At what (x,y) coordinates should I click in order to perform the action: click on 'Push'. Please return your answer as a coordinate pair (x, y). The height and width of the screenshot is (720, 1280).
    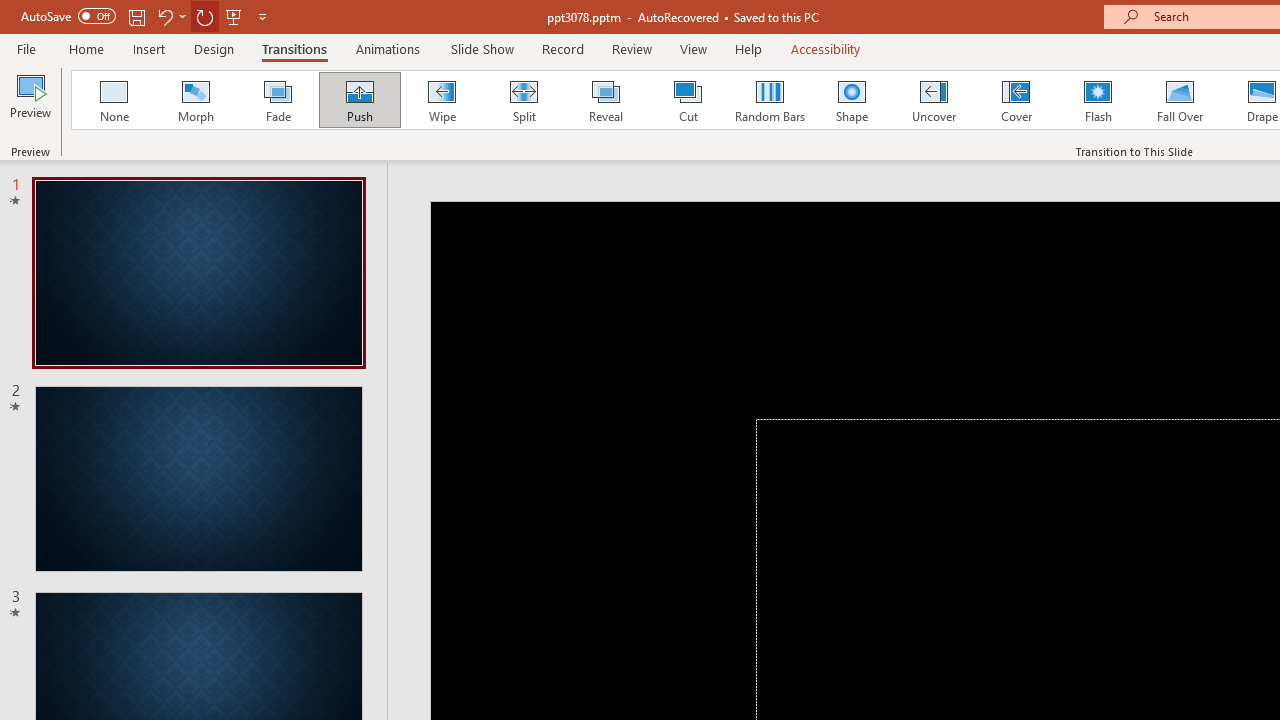
    Looking at the image, I should click on (359, 100).